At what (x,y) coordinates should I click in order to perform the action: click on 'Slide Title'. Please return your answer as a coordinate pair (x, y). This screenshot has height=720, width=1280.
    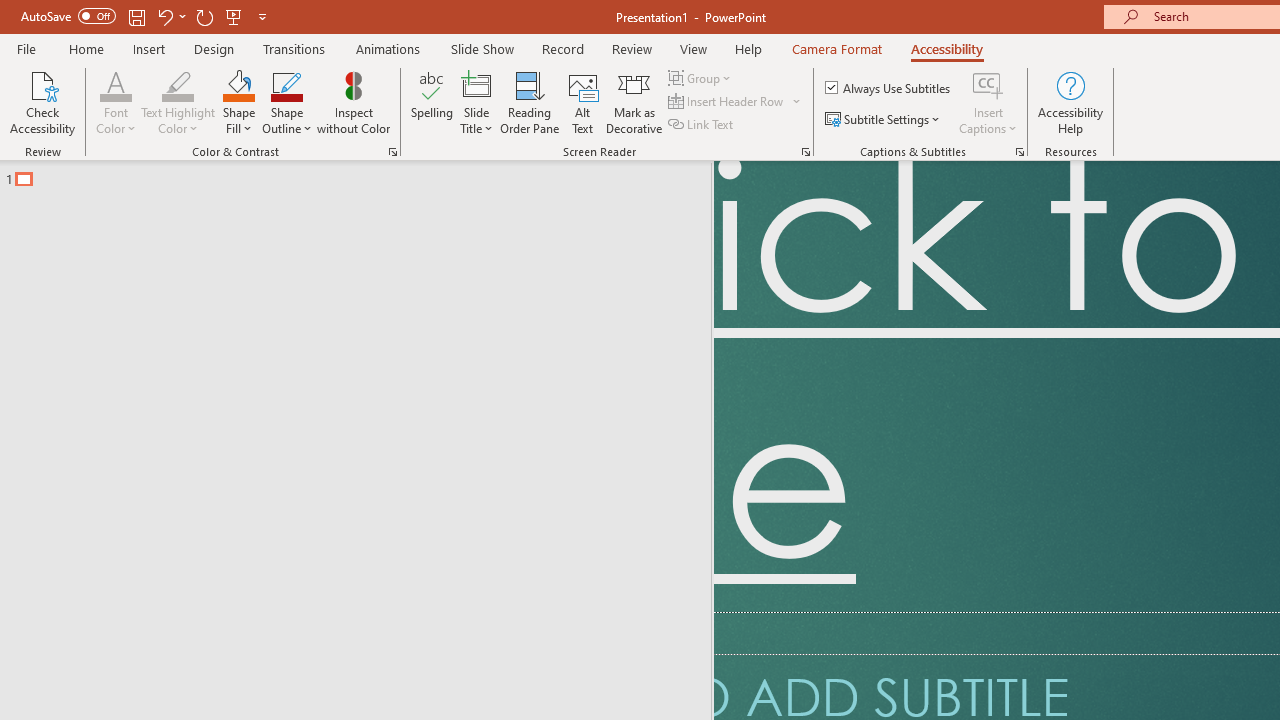
    Looking at the image, I should click on (475, 84).